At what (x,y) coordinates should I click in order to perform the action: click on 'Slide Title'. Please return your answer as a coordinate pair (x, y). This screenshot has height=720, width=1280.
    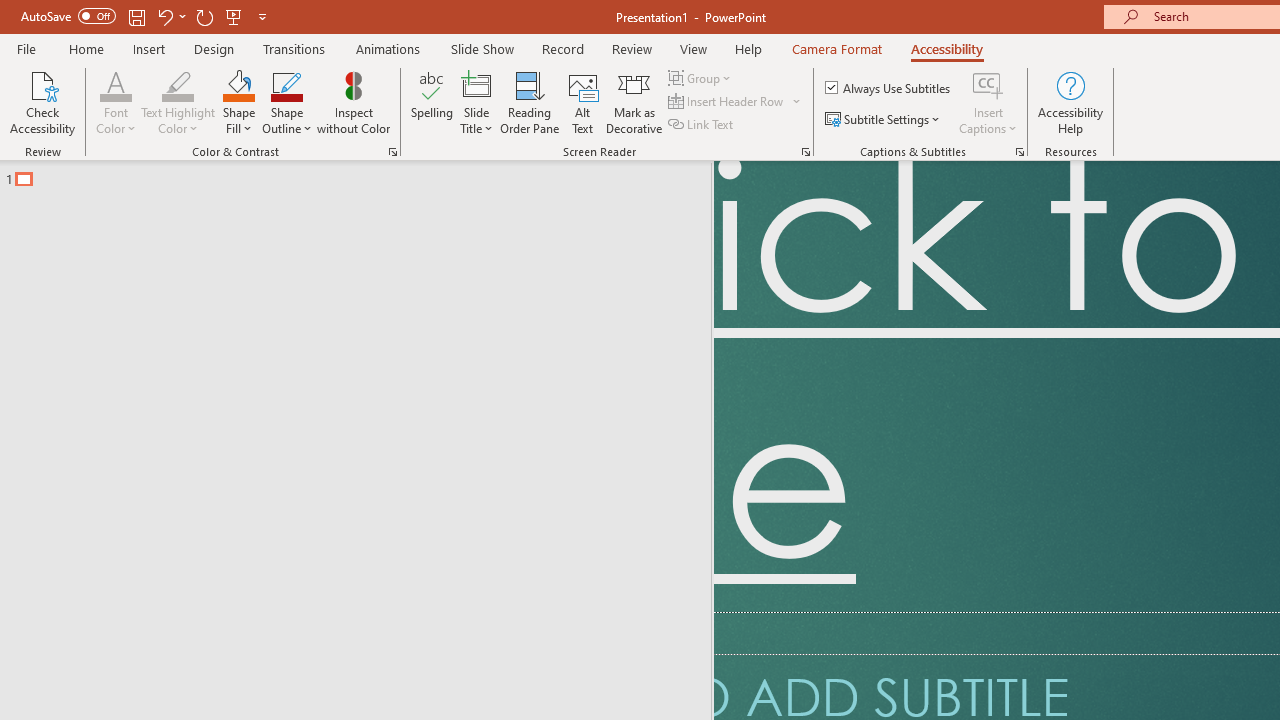
    Looking at the image, I should click on (475, 84).